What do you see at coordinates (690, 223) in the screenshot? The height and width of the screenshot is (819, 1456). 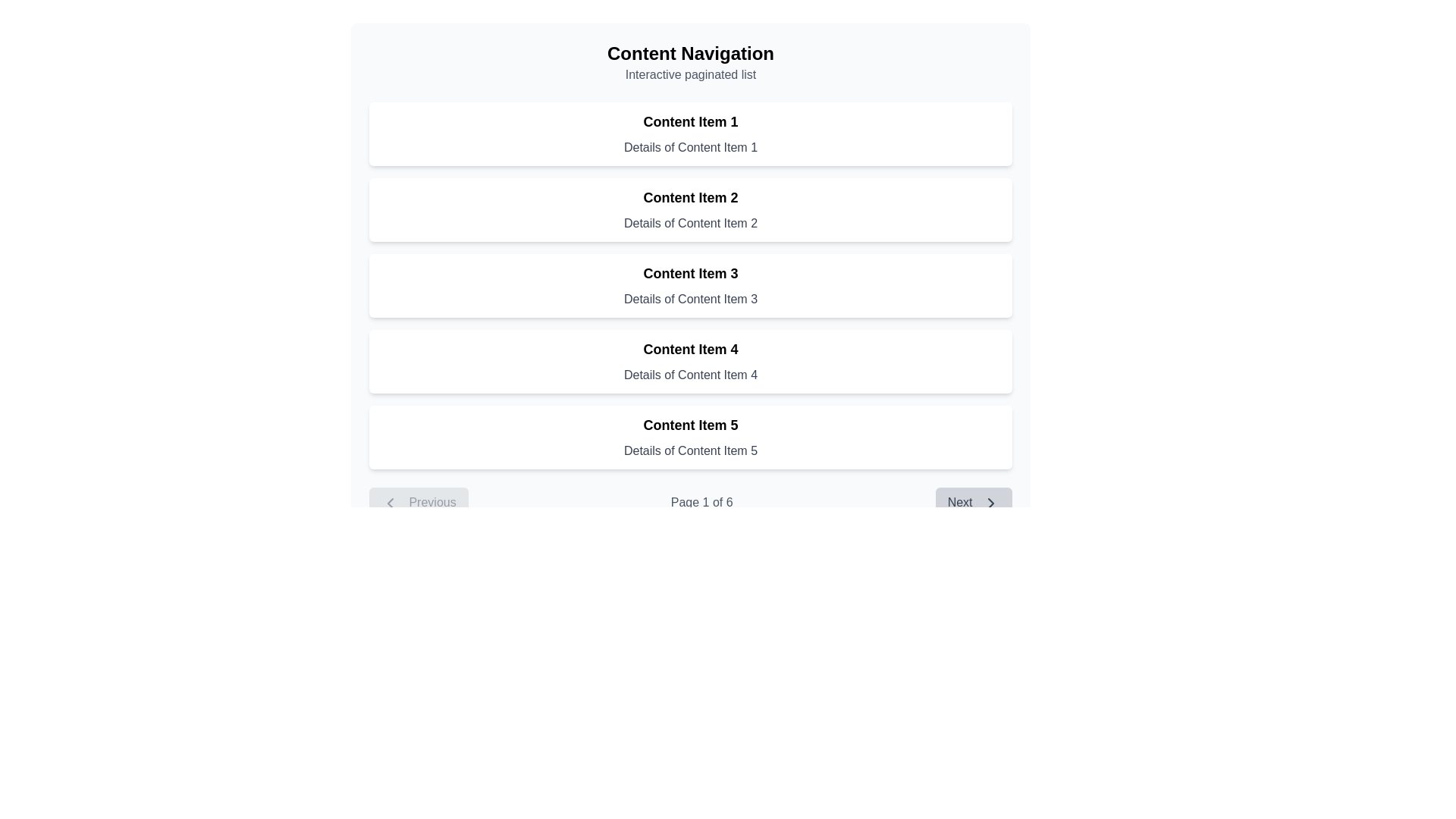 I see `the text label reading 'Details of Content Item 2' which is positioned below the bold header 'Content Item 2'` at bounding box center [690, 223].